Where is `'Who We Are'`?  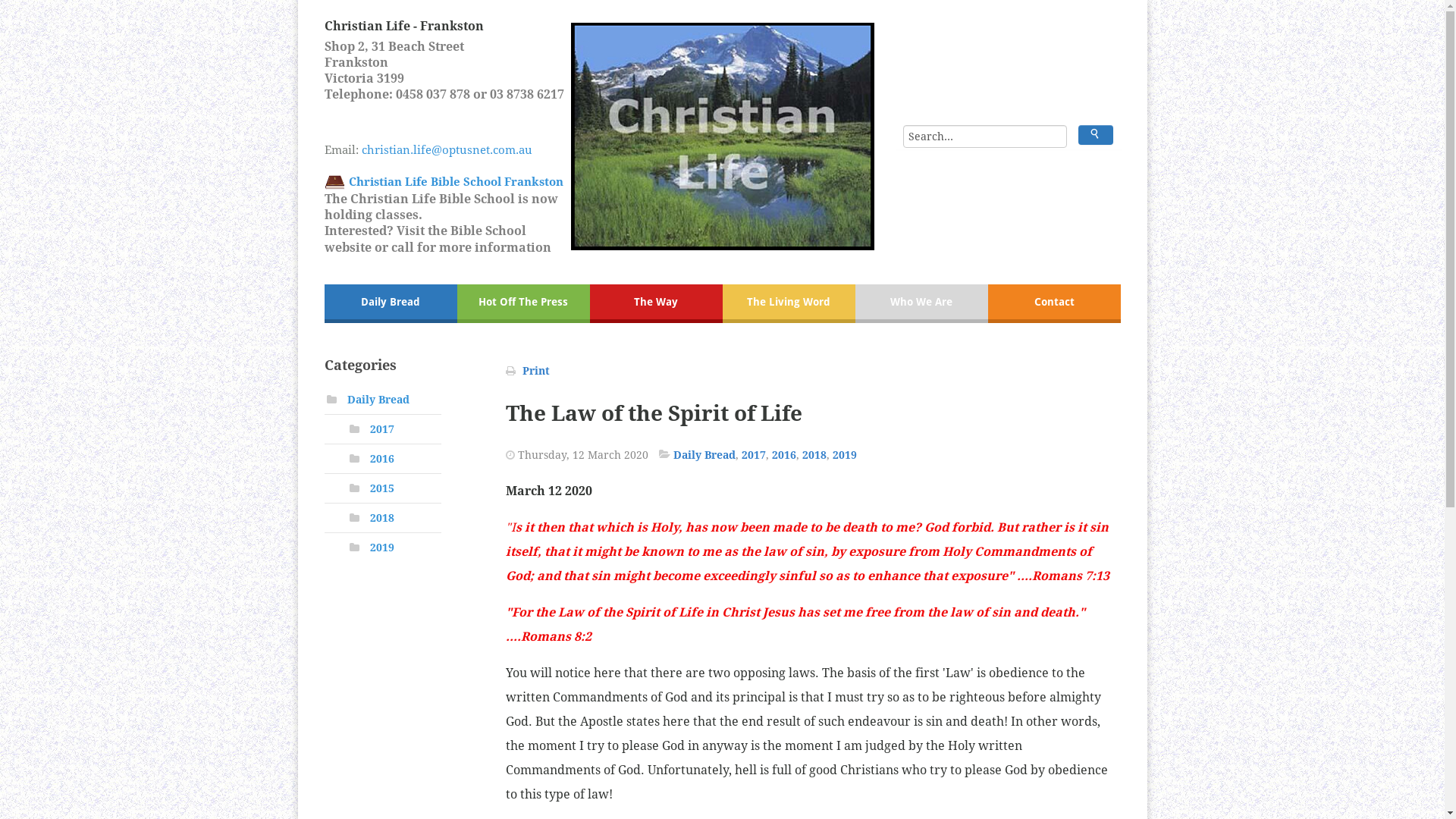
'Who We Are' is located at coordinates (921, 303).